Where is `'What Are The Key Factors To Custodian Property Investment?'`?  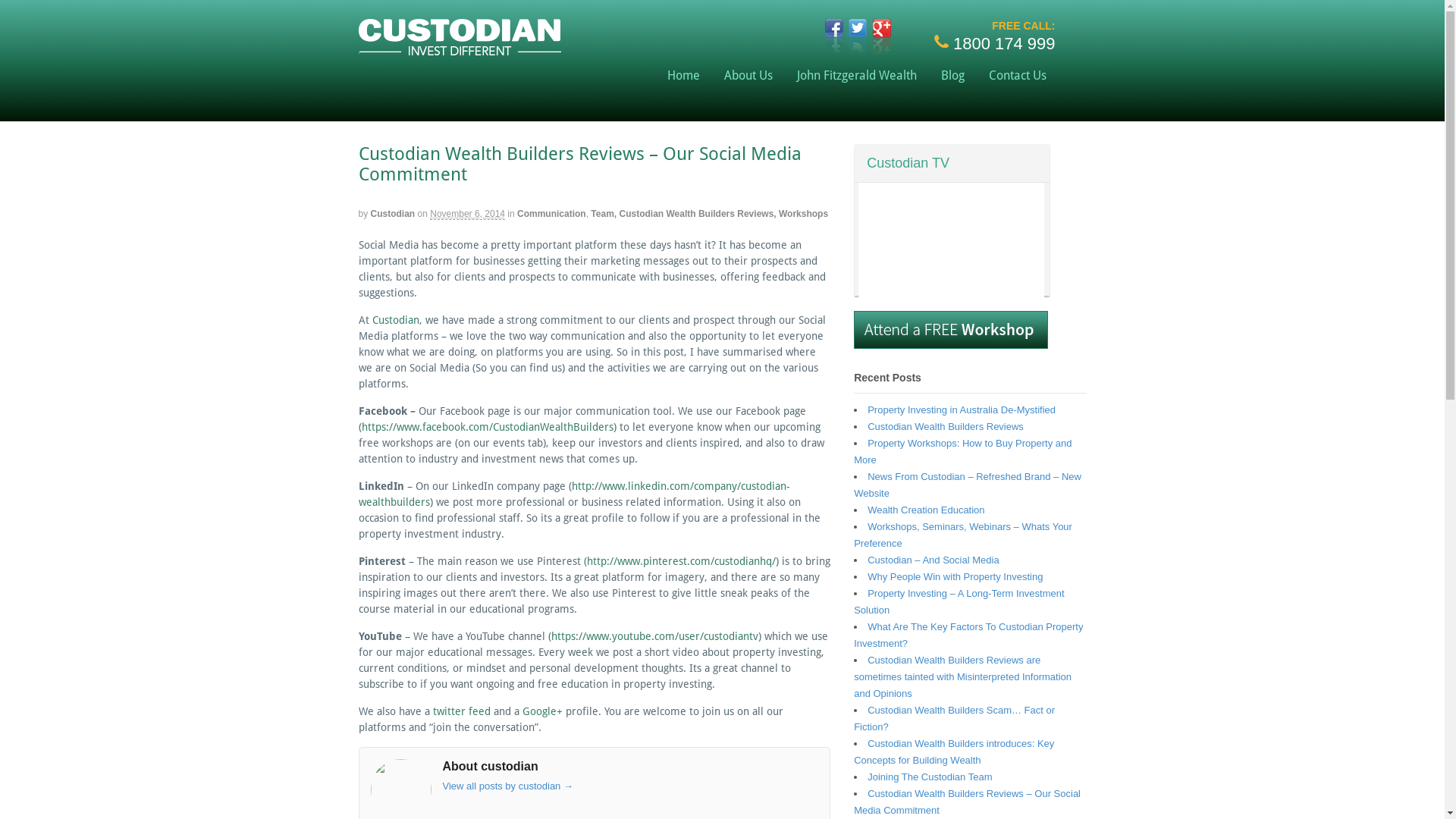
'What Are The Key Factors To Custodian Property Investment?' is located at coordinates (967, 635).